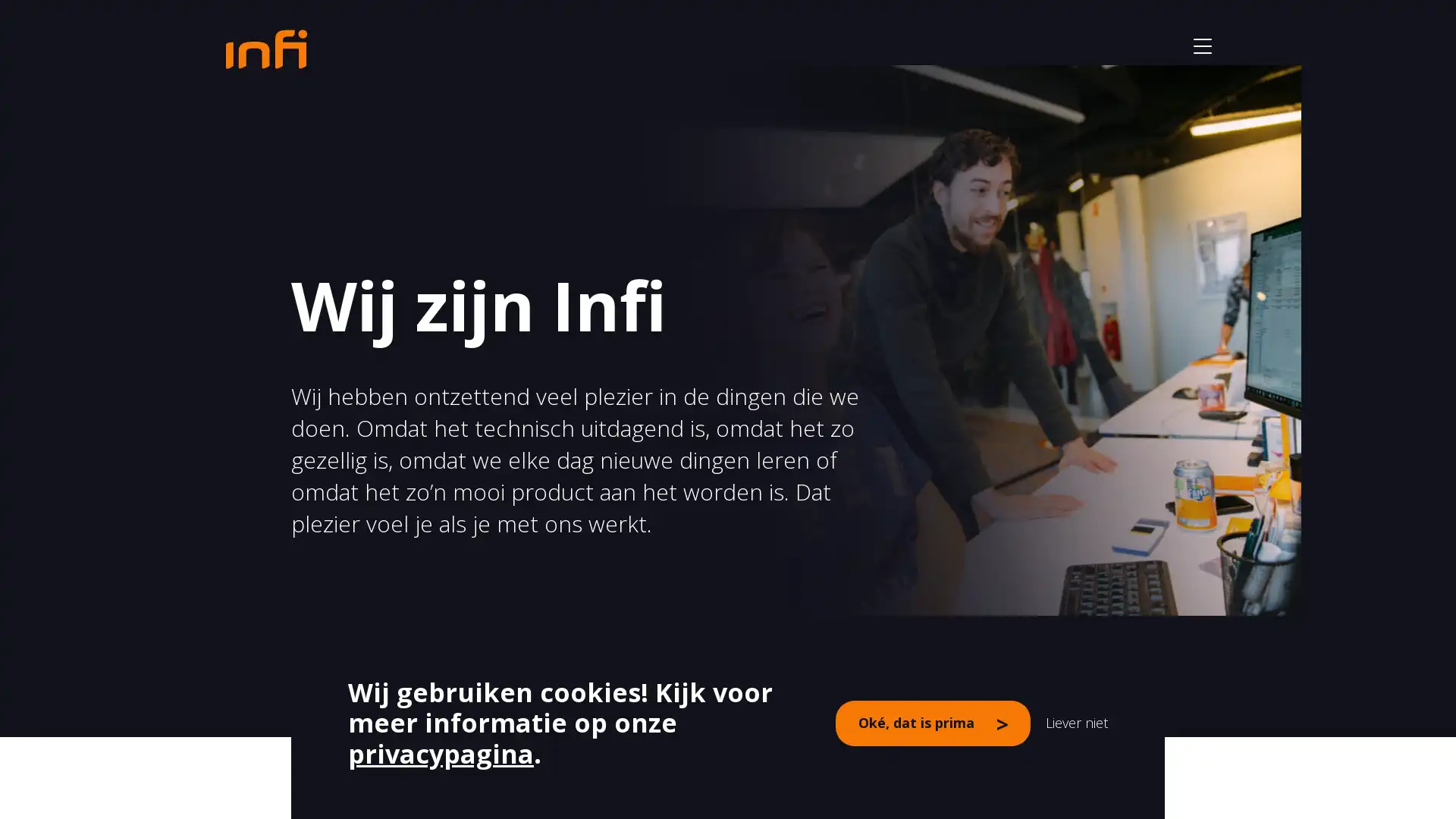 The image size is (1456, 819). Describe the element at coordinates (1201, 46) in the screenshot. I see `button - open het menu` at that location.